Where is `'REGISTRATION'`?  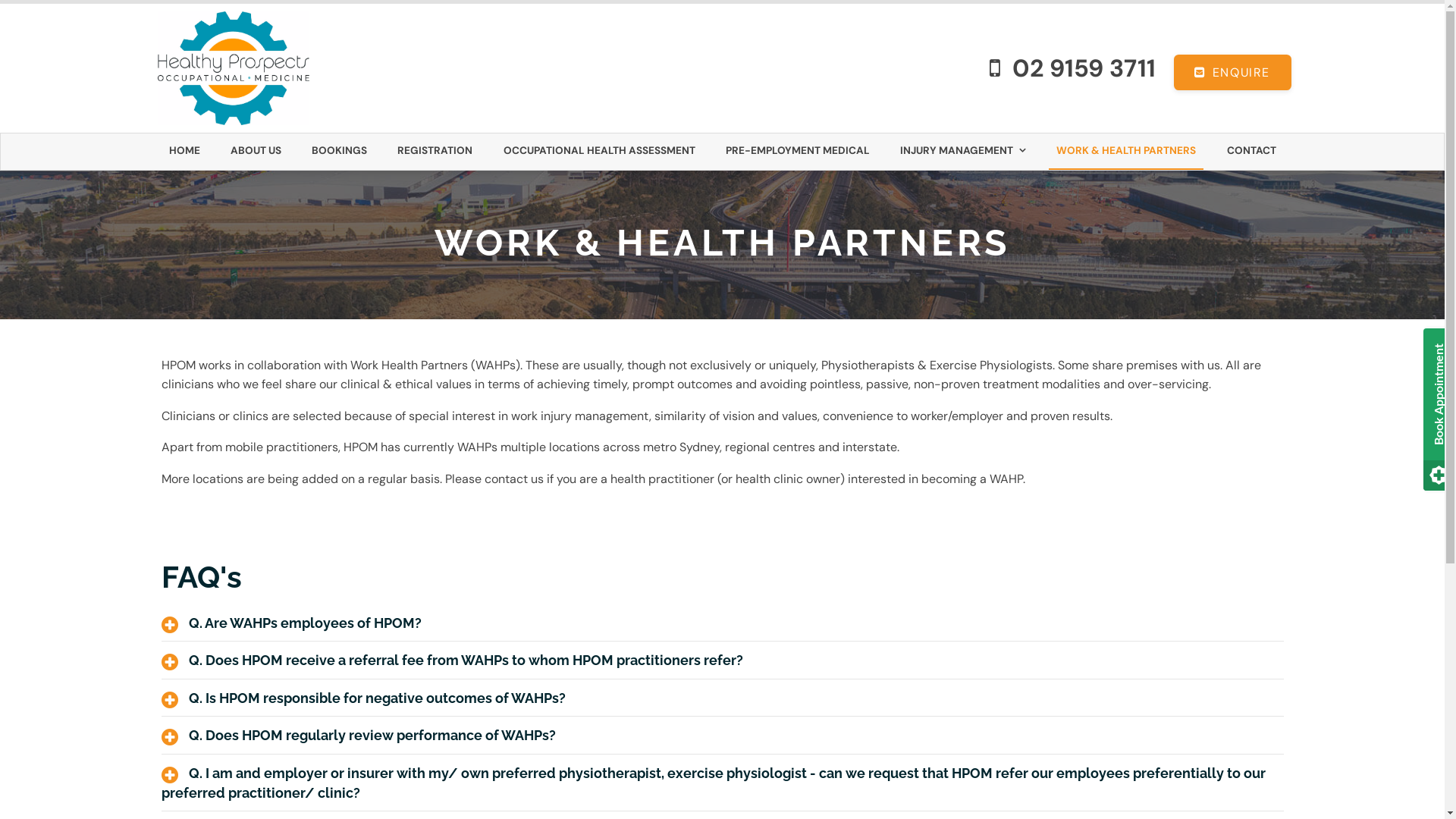 'REGISTRATION' is located at coordinates (434, 152).